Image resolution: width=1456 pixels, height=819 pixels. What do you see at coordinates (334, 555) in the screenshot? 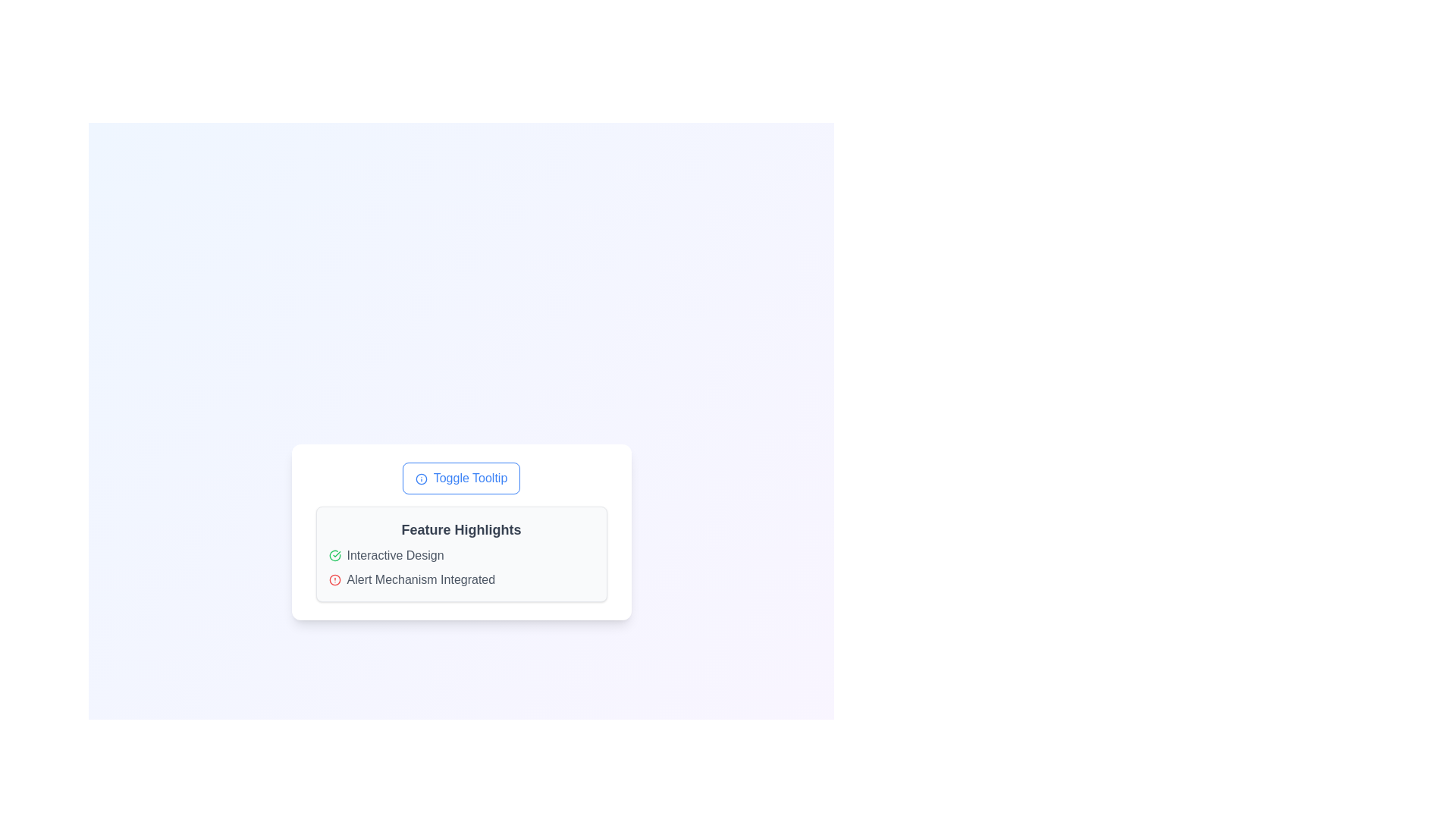
I see `the circular graphical icon or status indicator located beneath 'Feature Highlights' and to the left of 'Interactive Design'` at bounding box center [334, 555].